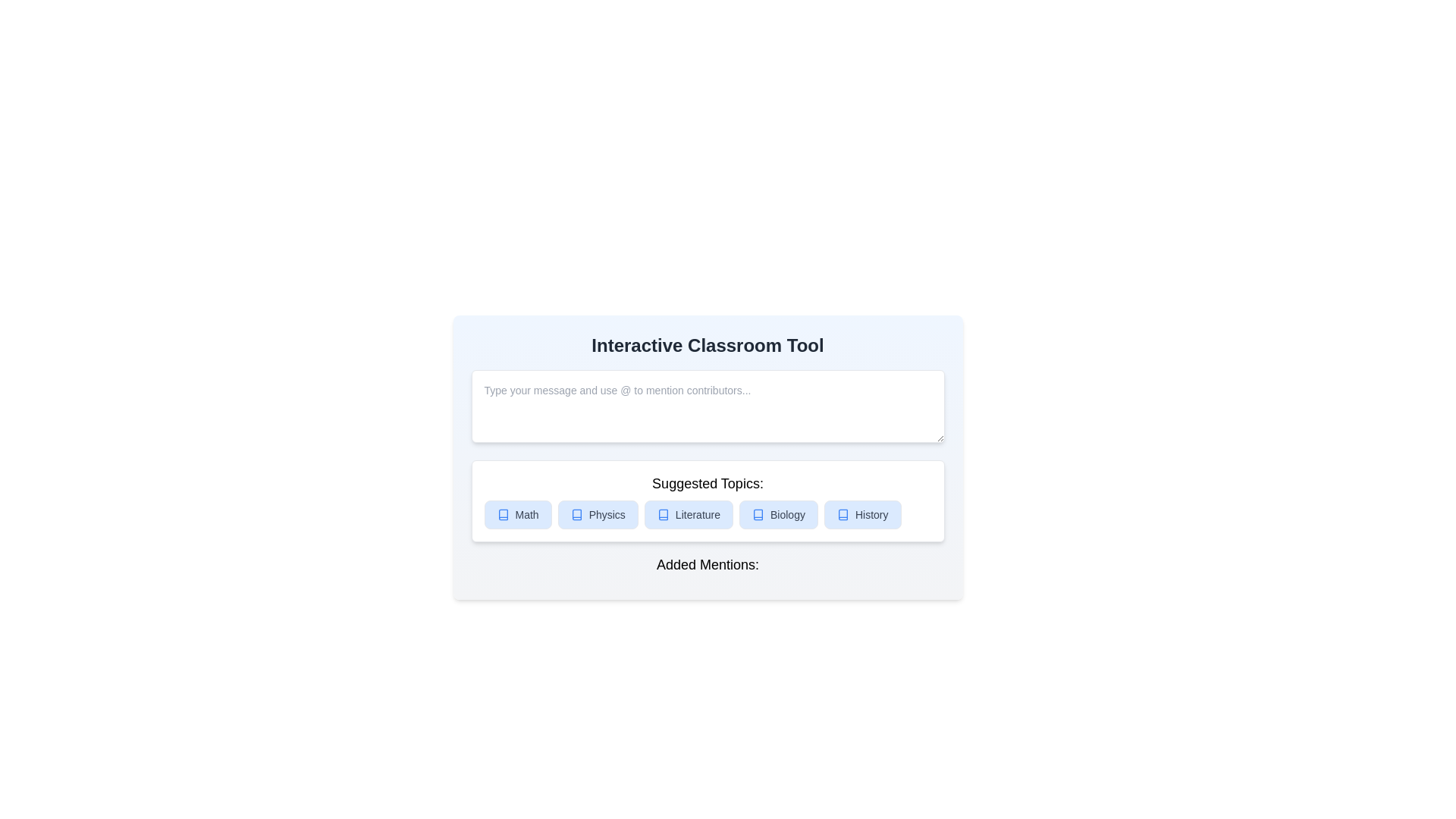 The image size is (1456, 819). What do you see at coordinates (688, 513) in the screenshot?
I see `the 'Literature' button, which is a light blue rectangular button with rounded corners located in the 'Suggested Topics' section` at bounding box center [688, 513].